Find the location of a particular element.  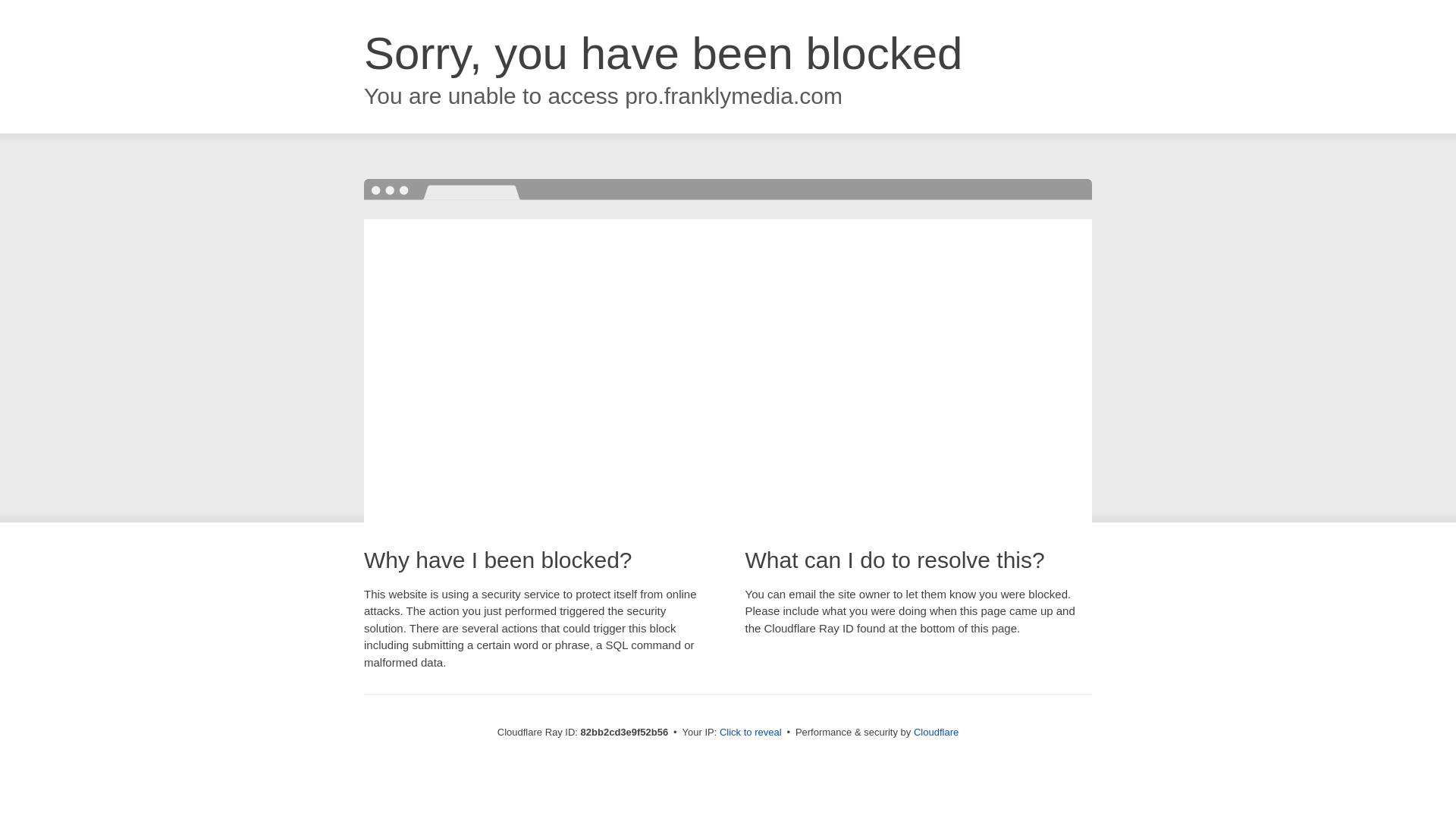

'Click to reveal' is located at coordinates (750, 731).